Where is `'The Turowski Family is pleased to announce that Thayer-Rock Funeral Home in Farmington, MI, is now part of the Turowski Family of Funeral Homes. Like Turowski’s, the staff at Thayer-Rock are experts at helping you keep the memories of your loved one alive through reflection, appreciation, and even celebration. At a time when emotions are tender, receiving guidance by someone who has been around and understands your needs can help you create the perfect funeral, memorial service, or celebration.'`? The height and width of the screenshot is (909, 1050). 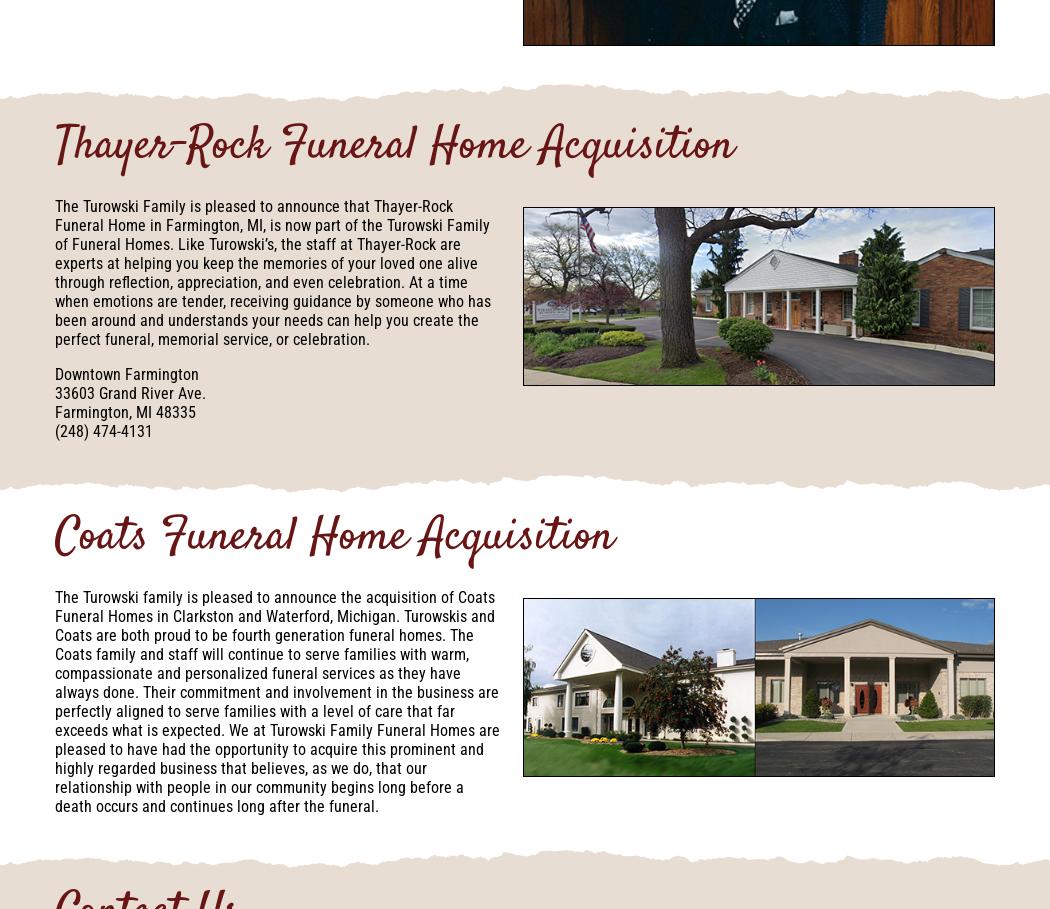
'The Turowski Family is pleased to announce that Thayer-Rock Funeral Home in Farmington, MI, is now part of the Turowski Family of Funeral Homes. Like Turowski’s, the staff at Thayer-Rock are experts at helping you keep the memories of your loved one alive through reflection, appreciation, and even celebration. At a time when emotions are tender, receiving guidance by someone who has been around and understands your needs can help you create the perfect funeral, memorial service, or celebration.' is located at coordinates (272, 272).